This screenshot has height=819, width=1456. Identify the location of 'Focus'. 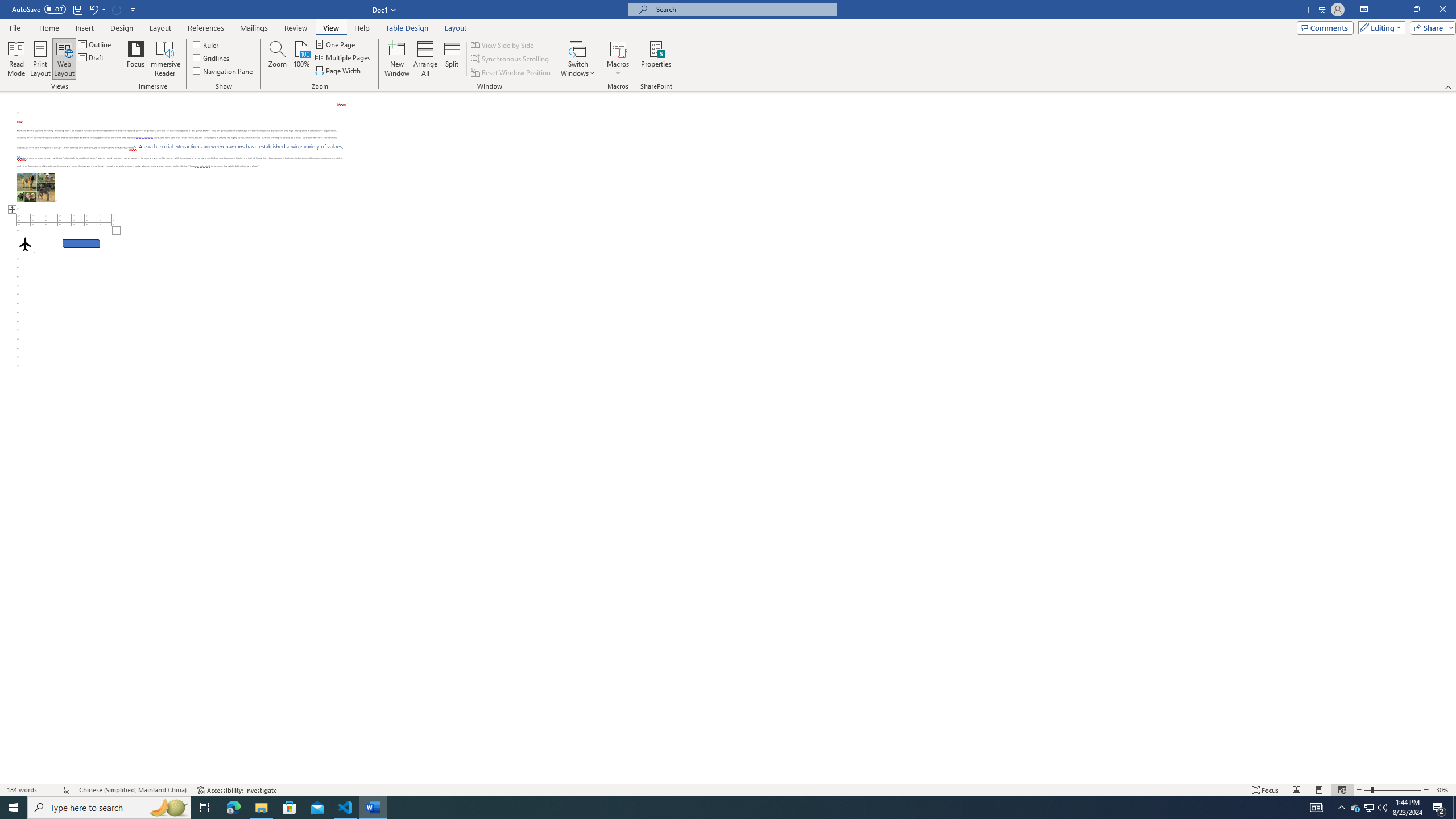
(136, 59).